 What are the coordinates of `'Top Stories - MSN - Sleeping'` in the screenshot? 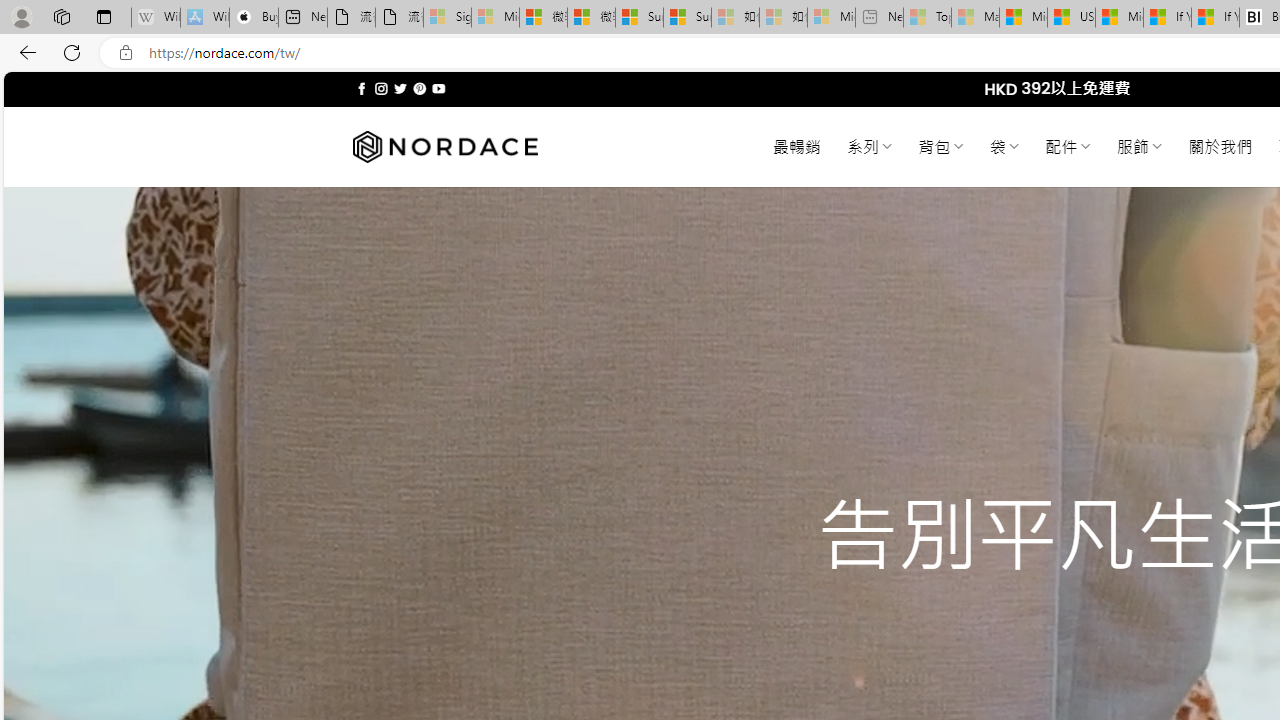 It's located at (926, 17).